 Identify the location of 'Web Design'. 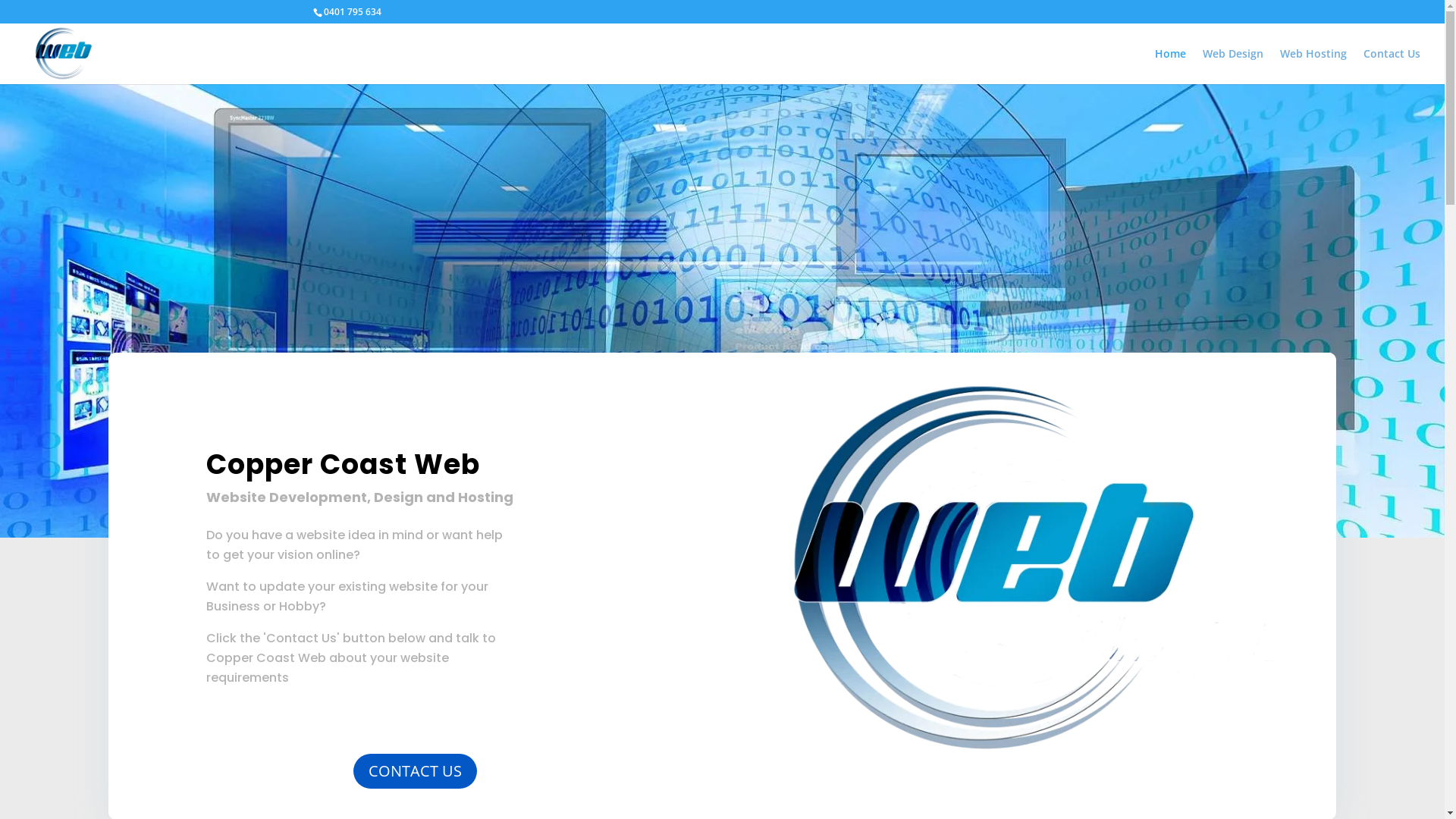
(1201, 65).